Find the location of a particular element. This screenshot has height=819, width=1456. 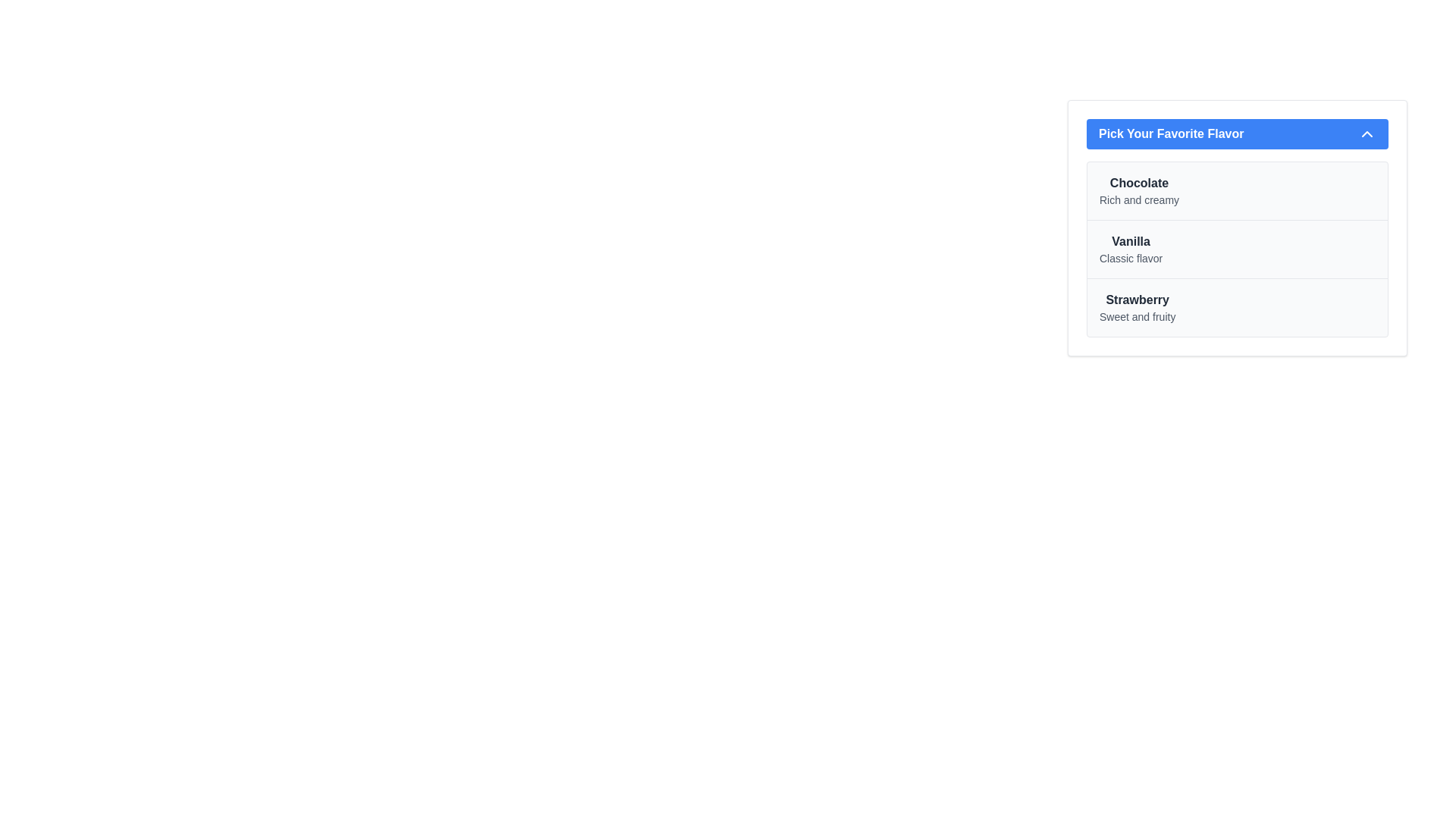

the label that serves as the title for the dropdown menu is located at coordinates (1170, 133).